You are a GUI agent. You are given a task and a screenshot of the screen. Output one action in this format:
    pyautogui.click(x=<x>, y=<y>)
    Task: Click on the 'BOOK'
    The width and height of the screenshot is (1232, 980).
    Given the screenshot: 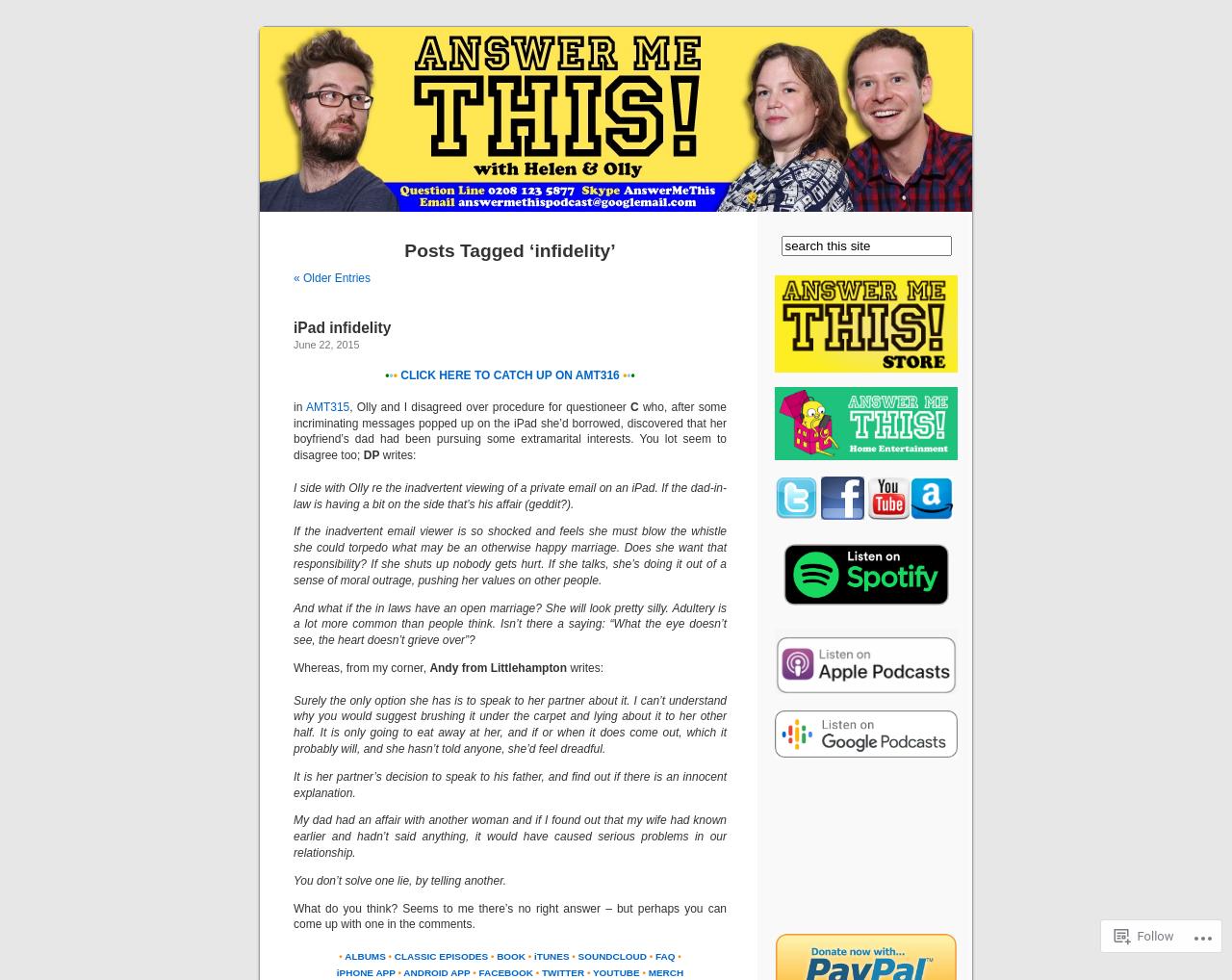 What is the action you would take?
    pyautogui.click(x=510, y=955)
    